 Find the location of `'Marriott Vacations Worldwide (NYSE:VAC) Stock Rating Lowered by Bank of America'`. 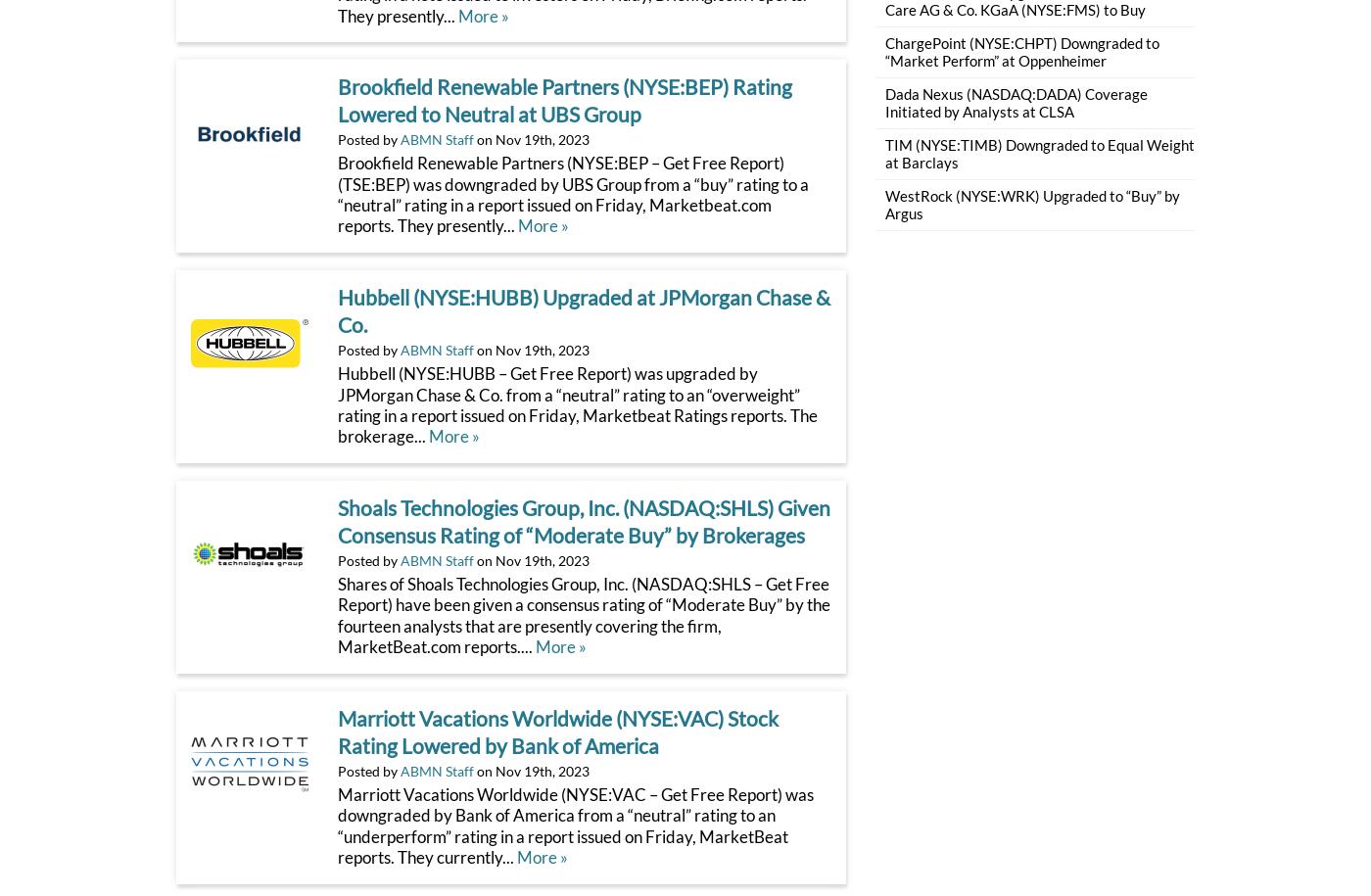

'Marriott Vacations Worldwide (NYSE:VAC) Stock Rating Lowered by Bank of America' is located at coordinates (557, 731).